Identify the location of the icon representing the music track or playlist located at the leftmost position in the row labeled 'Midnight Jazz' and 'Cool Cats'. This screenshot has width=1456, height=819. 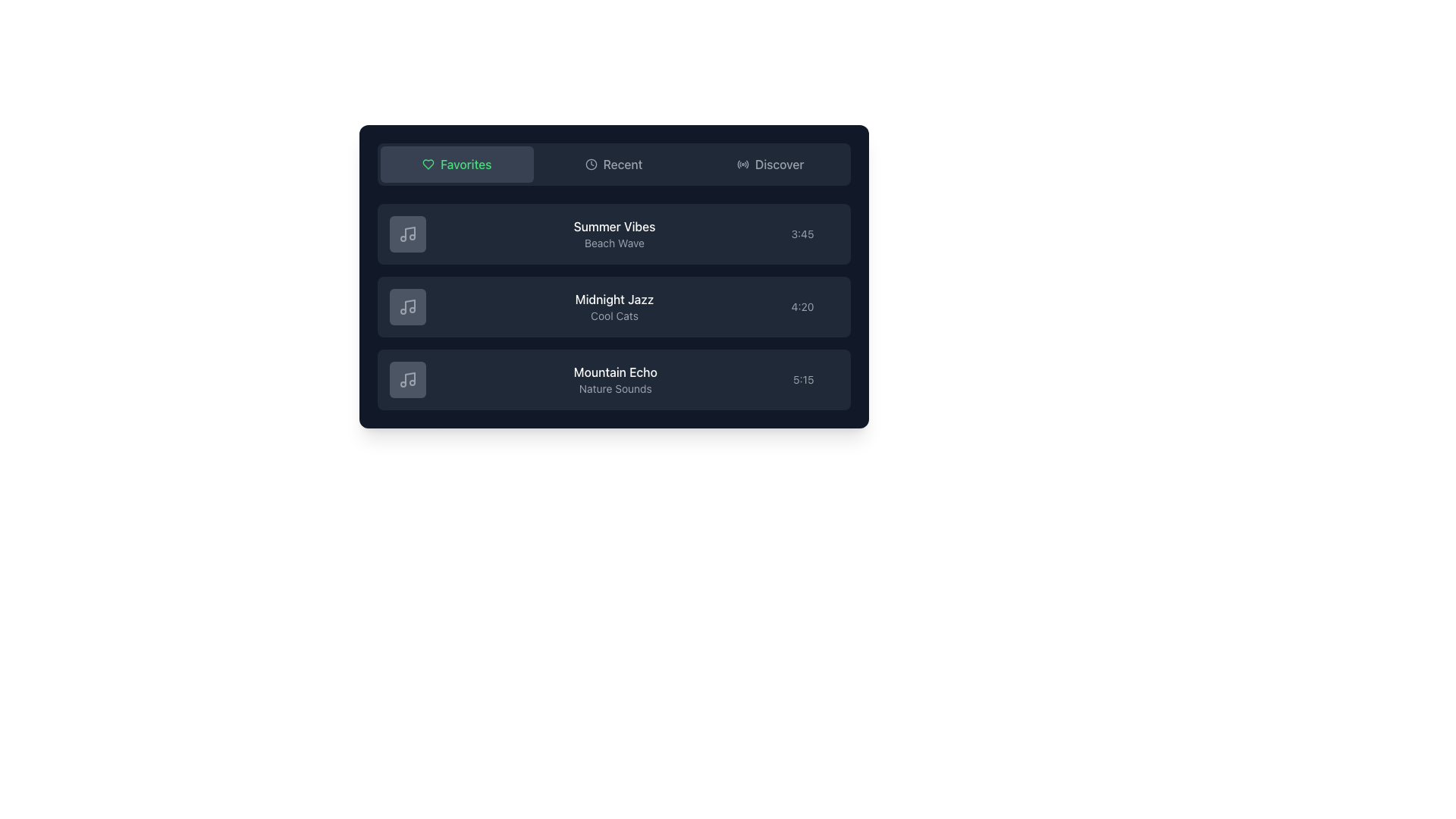
(407, 307).